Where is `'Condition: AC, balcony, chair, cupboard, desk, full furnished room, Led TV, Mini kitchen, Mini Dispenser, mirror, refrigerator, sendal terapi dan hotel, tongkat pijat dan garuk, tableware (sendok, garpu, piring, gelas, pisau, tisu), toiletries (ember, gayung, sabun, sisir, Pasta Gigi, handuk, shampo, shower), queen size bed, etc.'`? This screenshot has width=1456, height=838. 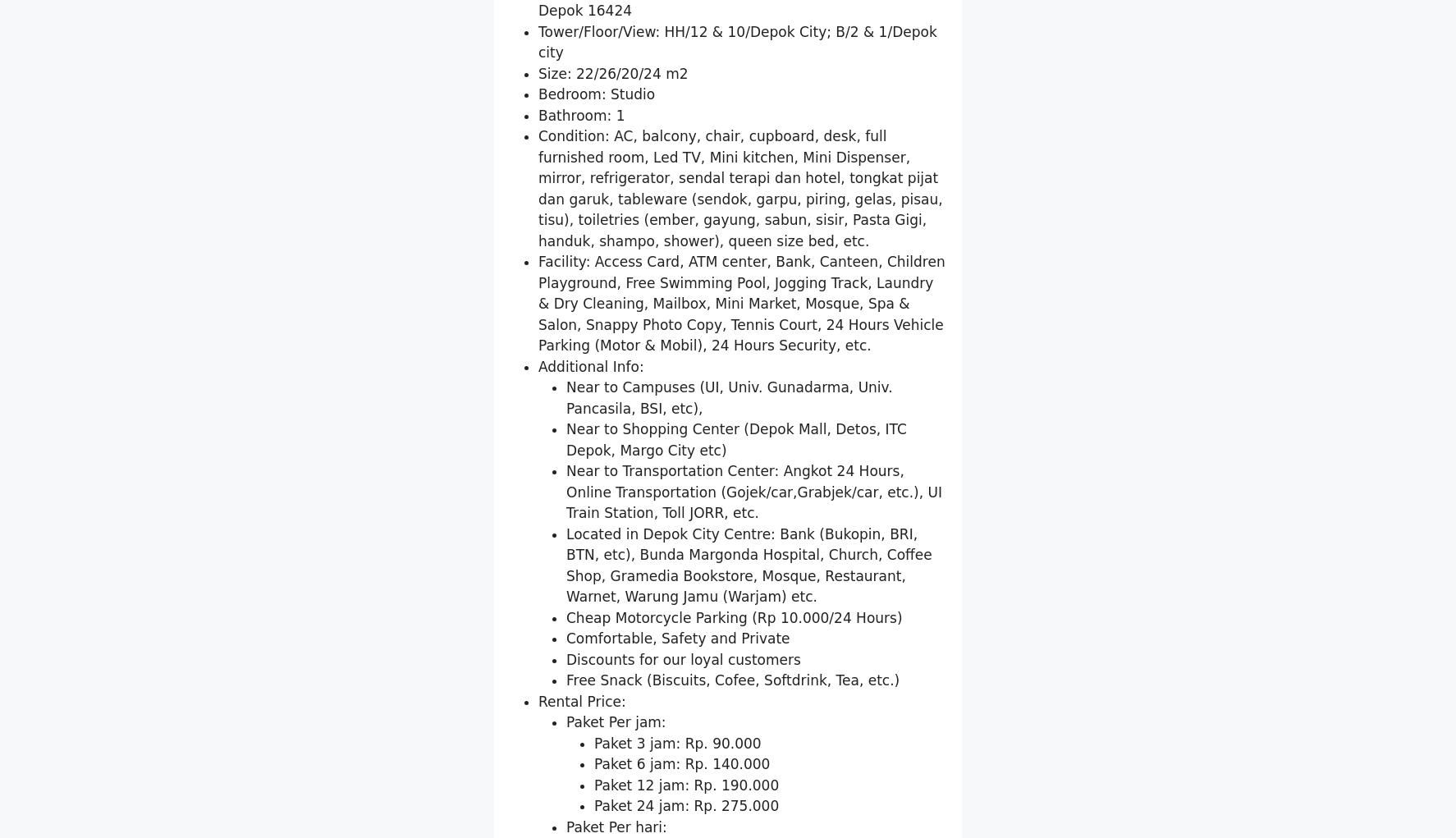 'Condition: AC, balcony, chair, cupboard, desk, full furnished room, Led TV, Mini kitchen, Mini Dispenser, mirror, refrigerator, sendal terapi dan hotel, tongkat pijat dan garuk, tableware (sendok, garpu, piring, gelas, pisau, tisu), toiletries (ember, gayung, sabun, sisir, Pasta Gigi, handuk, shampo, shower), queen size bed, etc.' is located at coordinates (538, 380).